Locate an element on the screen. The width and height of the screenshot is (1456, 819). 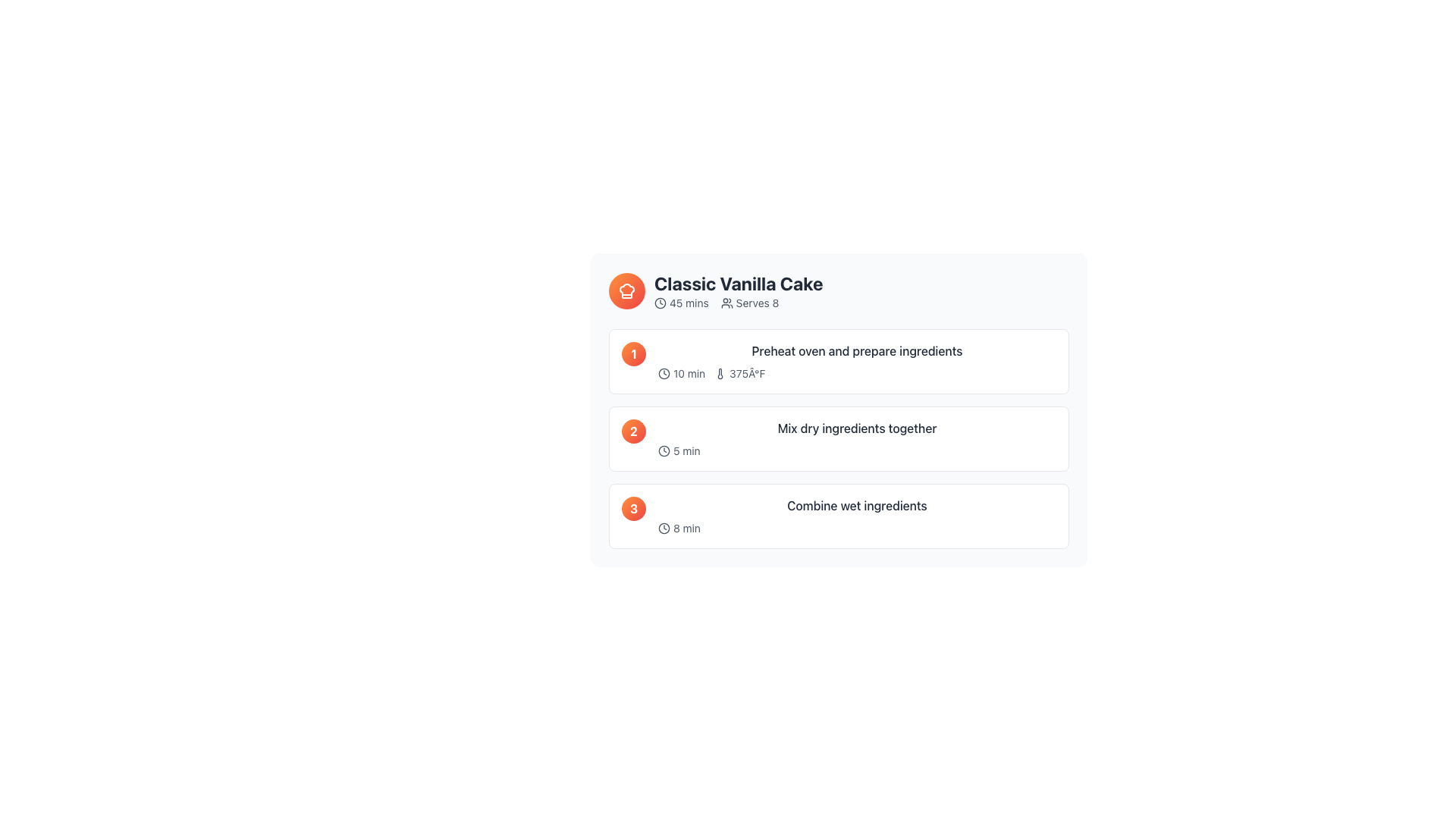
the Step Indicator badge that identifies the second step in the vertical list of instructions, which is labeled 'Mix dry ingredients together' is located at coordinates (633, 431).